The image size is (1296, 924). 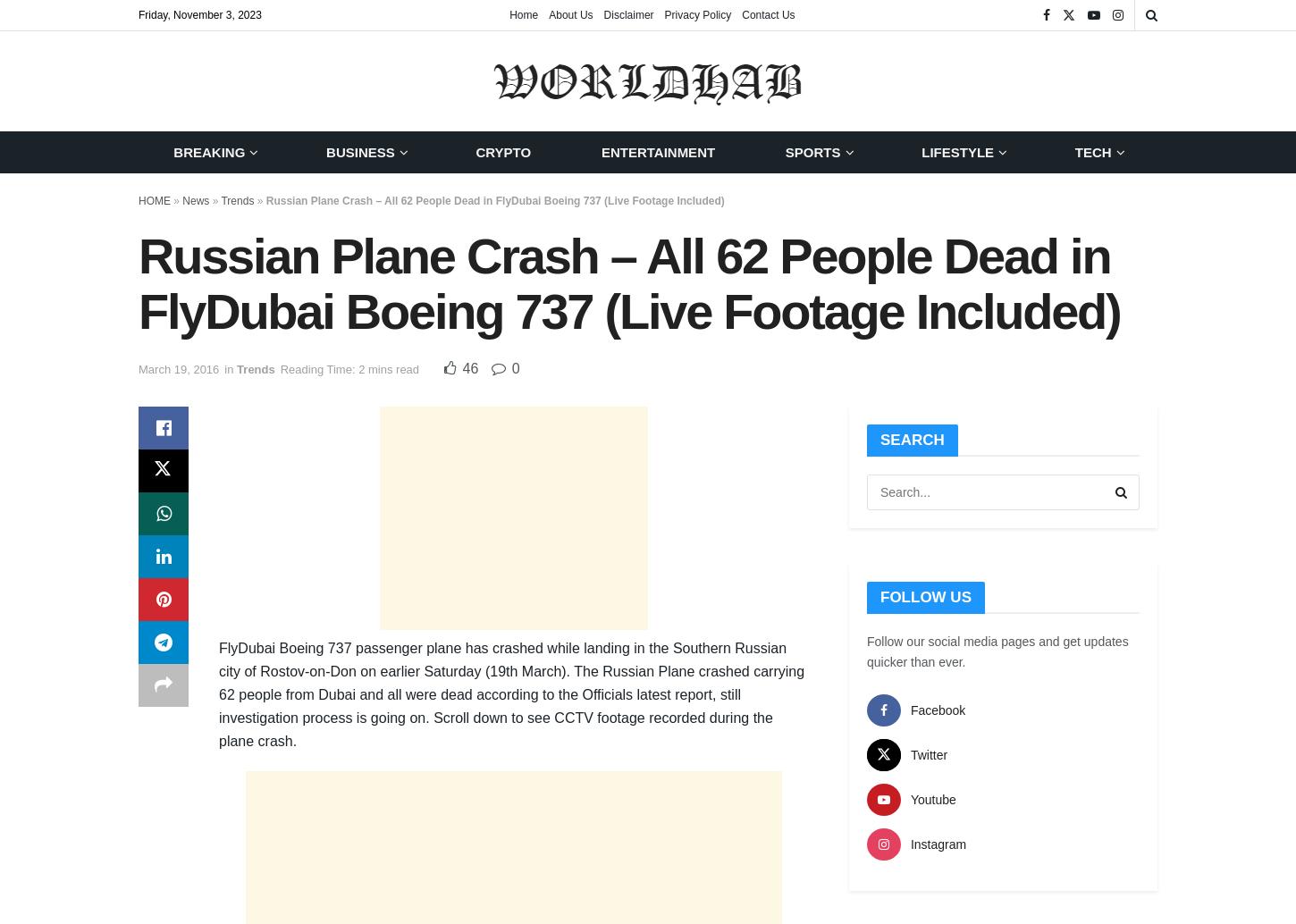 What do you see at coordinates (599, 152) in the screenshot?
I see `'Entertainment'` at bounding box center [599, 152].